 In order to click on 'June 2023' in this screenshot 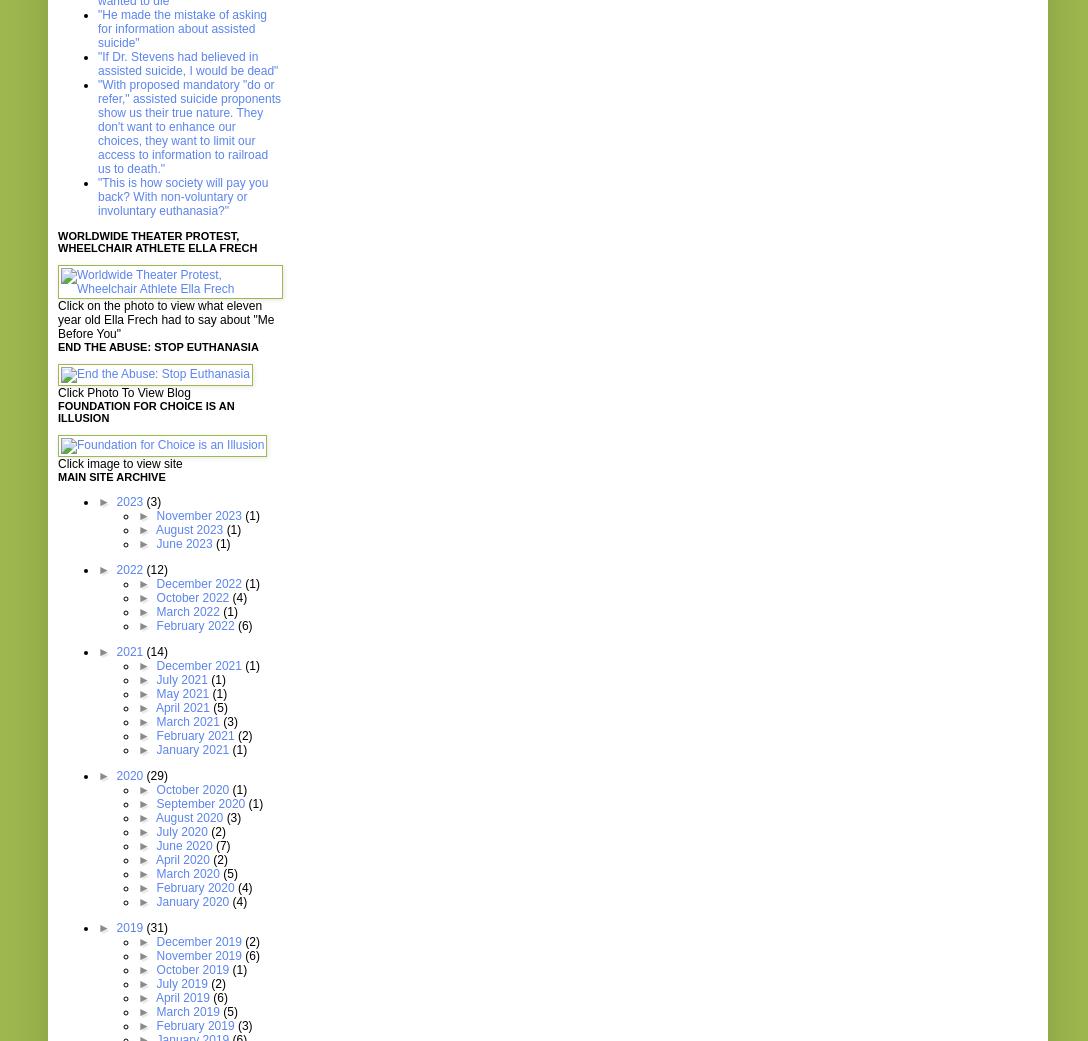, I will do `click(184, 544)`.